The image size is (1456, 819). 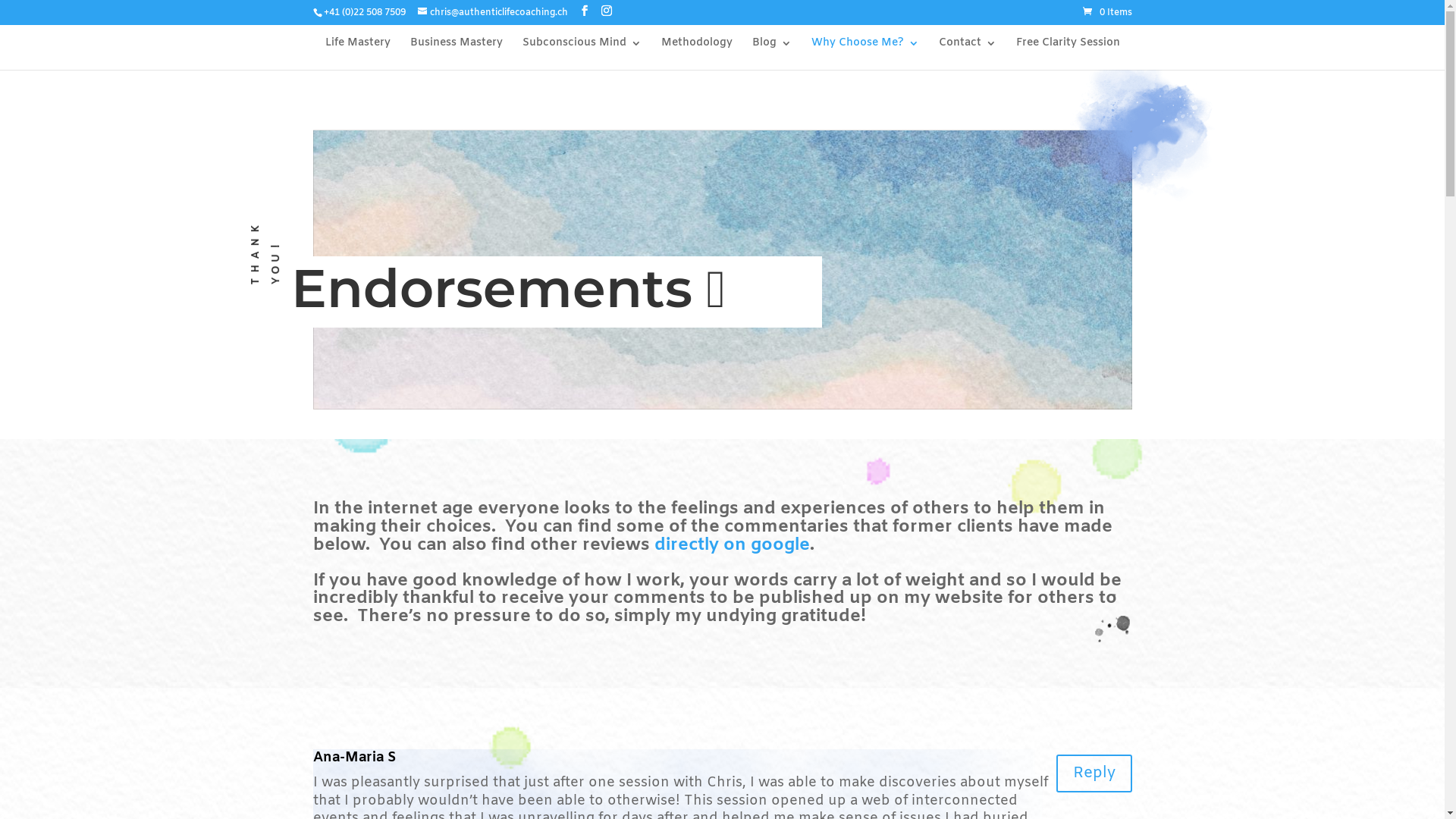 What do you see at coordinates (491, 12) in the screenshot?
I see `'chris@authenticlifecoaching.ch'` at bounding box center [491, 12].